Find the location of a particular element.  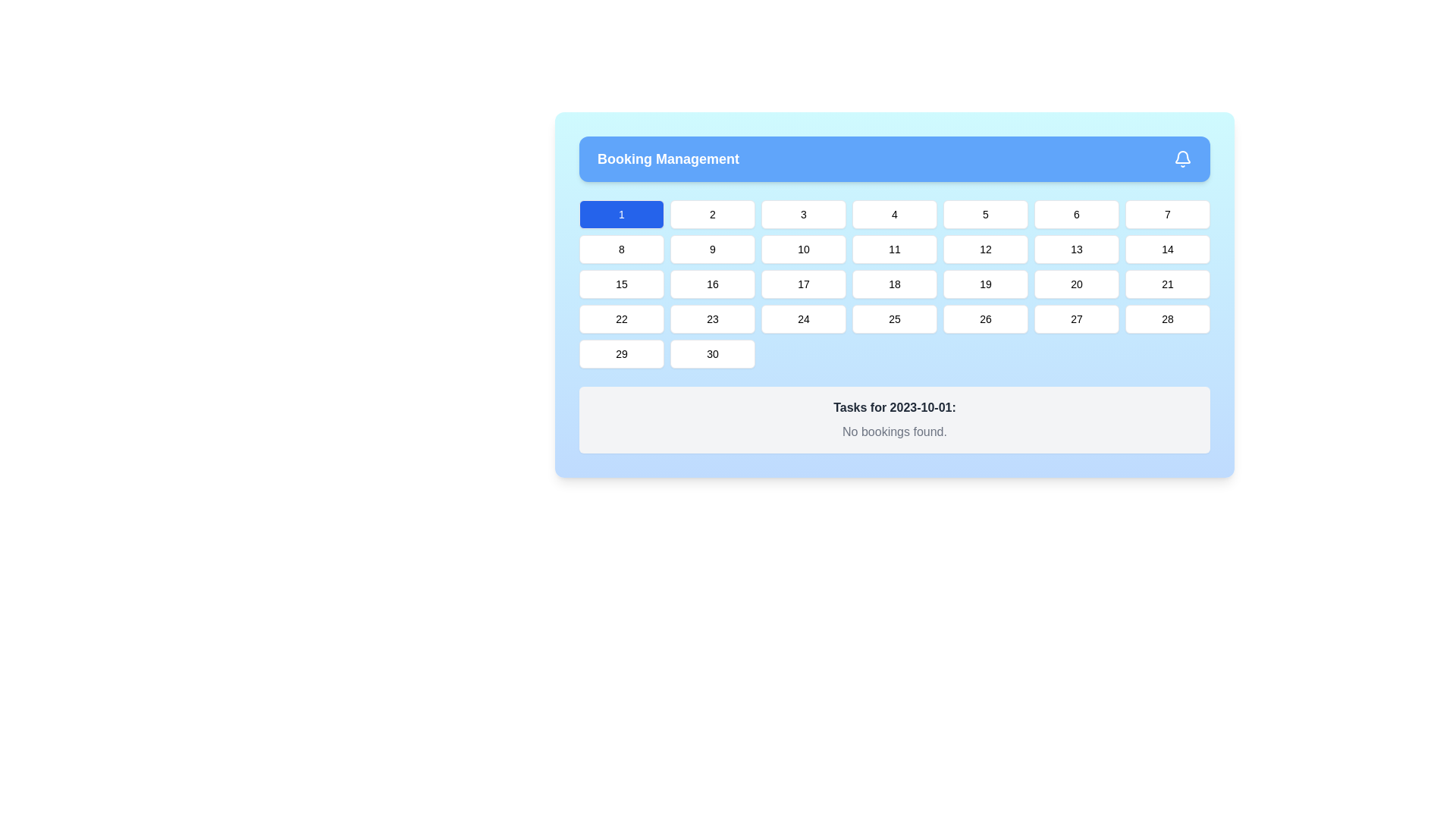

the button labeled '27' which is a white square with rounded corners located in the sixth column and fourth row of a 7-column grid layout is located at coordinates (1076, 318).